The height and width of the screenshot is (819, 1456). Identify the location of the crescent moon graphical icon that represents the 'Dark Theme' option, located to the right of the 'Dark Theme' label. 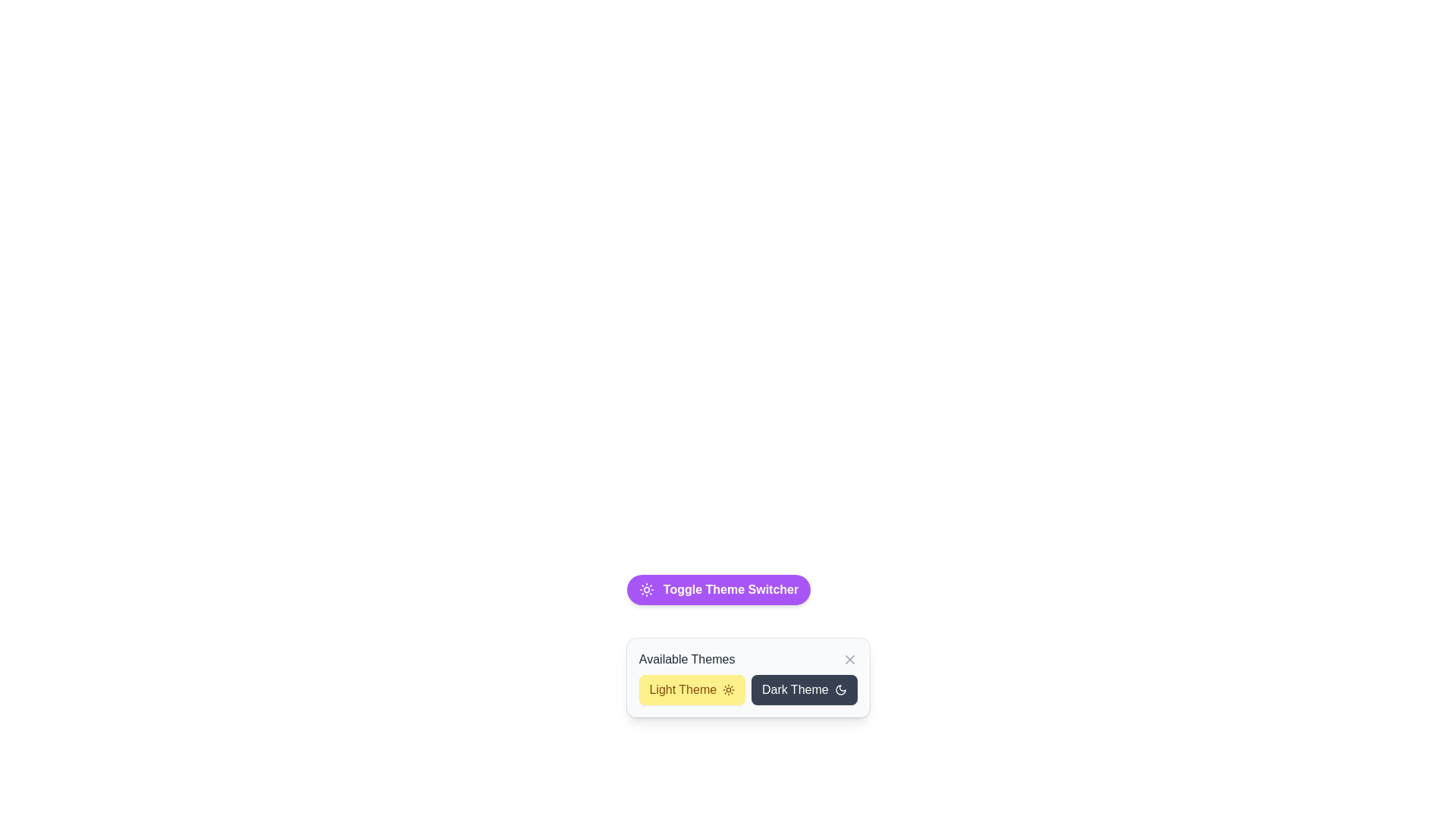
(839, 690).